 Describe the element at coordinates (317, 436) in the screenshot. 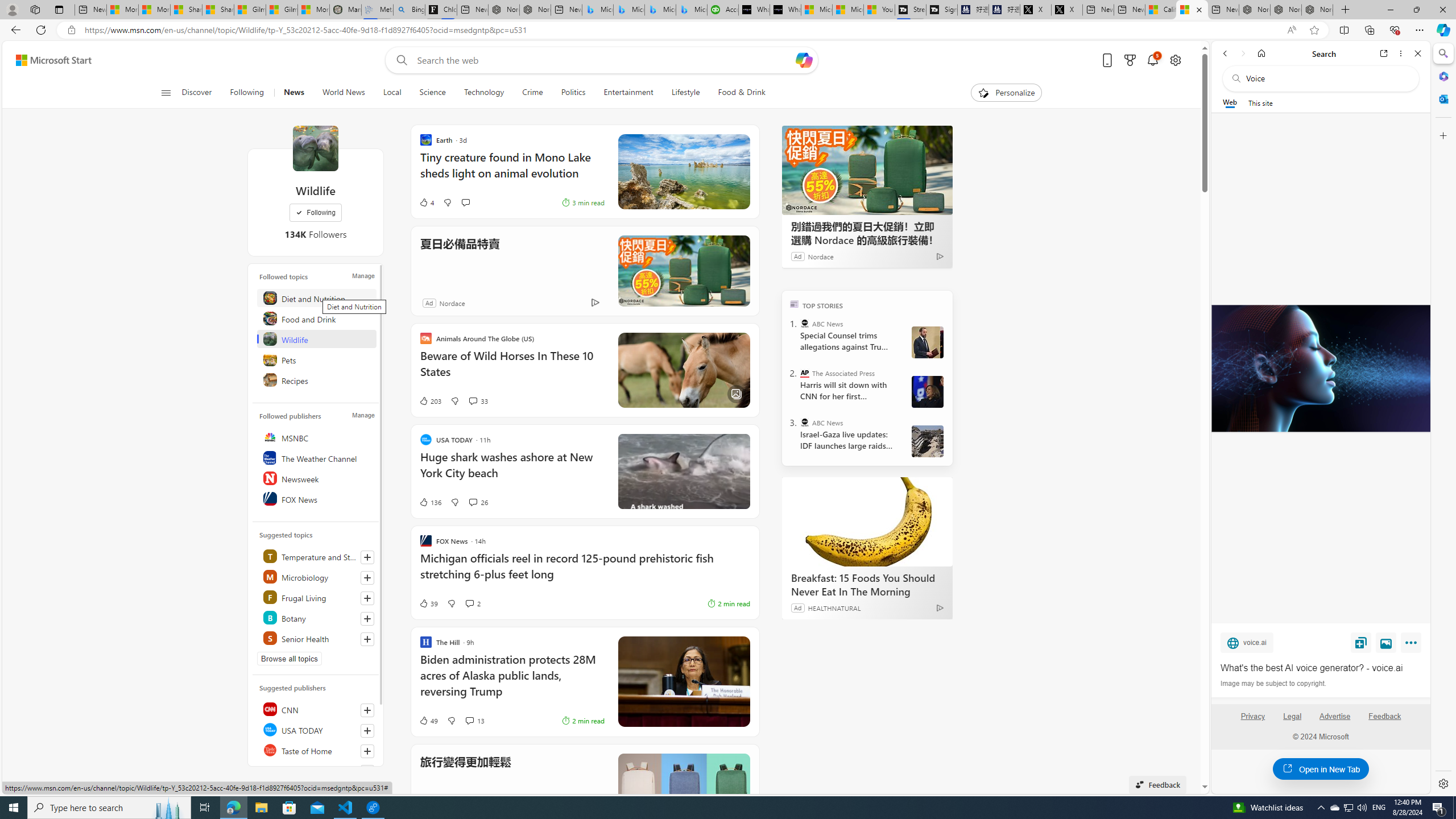

I see `'MSNBC'` at that location.